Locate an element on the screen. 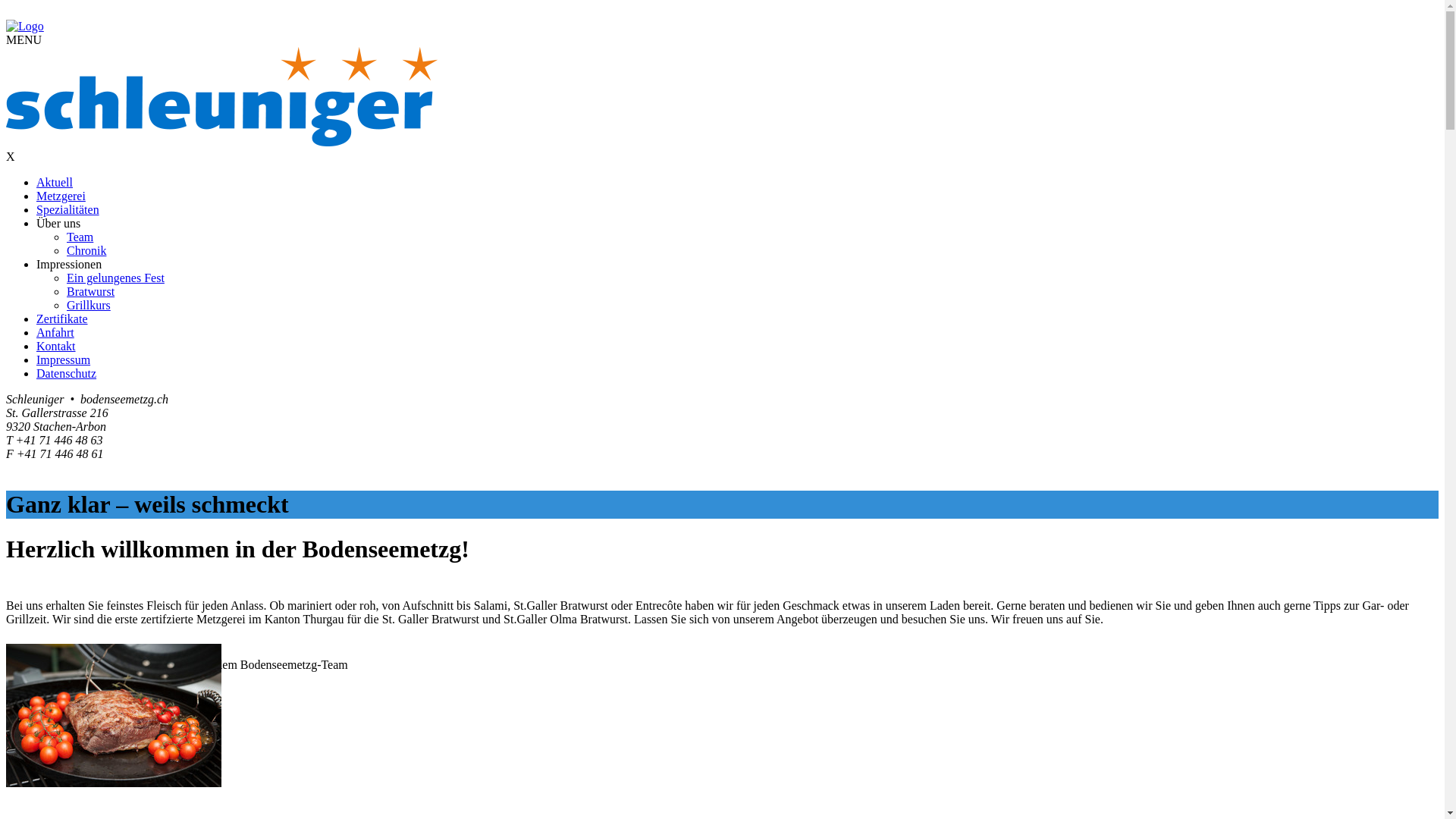 This screenshot has height=819, width=1456. 'Bratwurst' is located at coordinates (65, 291).